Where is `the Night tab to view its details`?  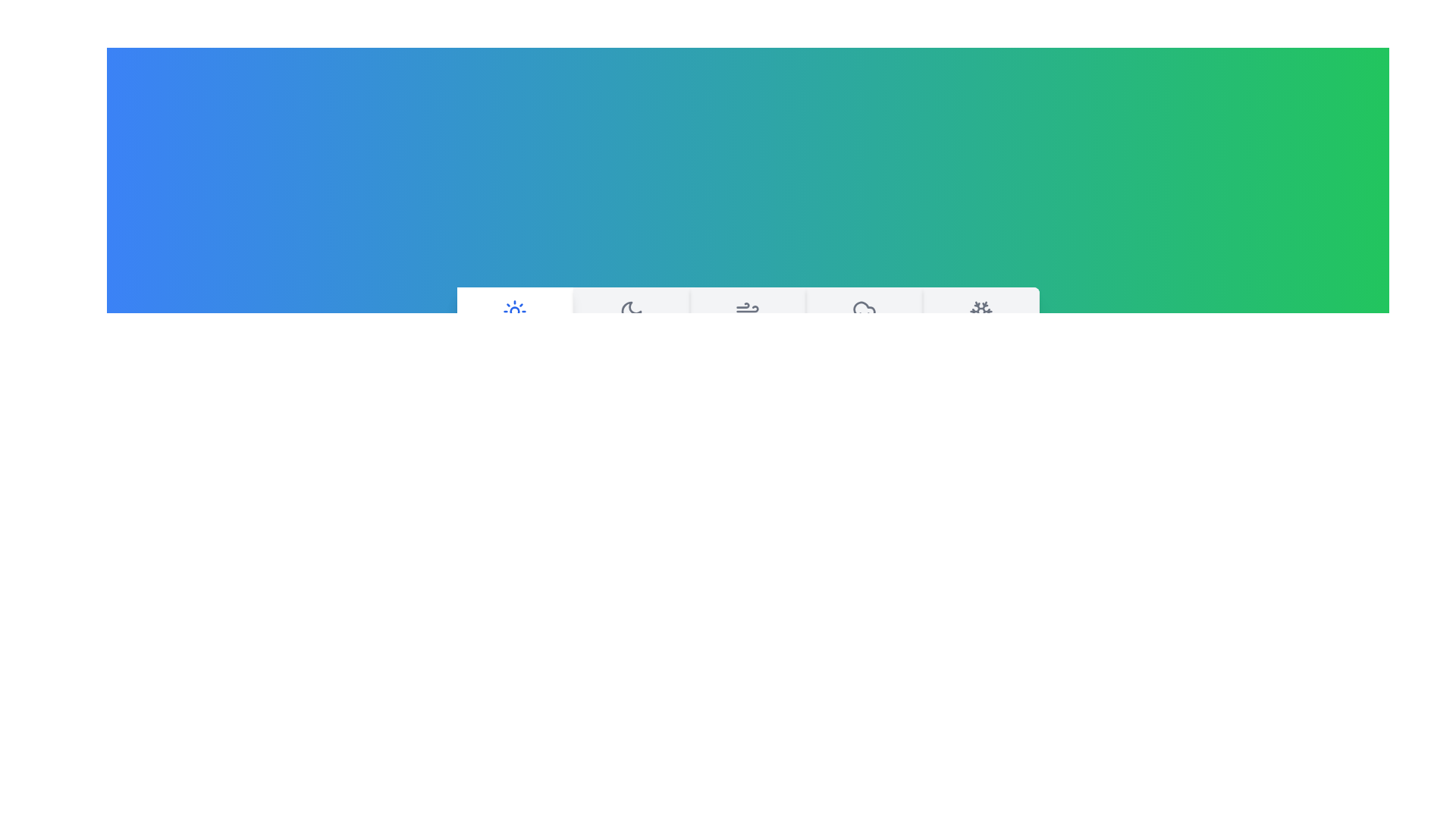 the Night tab to view its details is located at coordinates (630, 326).